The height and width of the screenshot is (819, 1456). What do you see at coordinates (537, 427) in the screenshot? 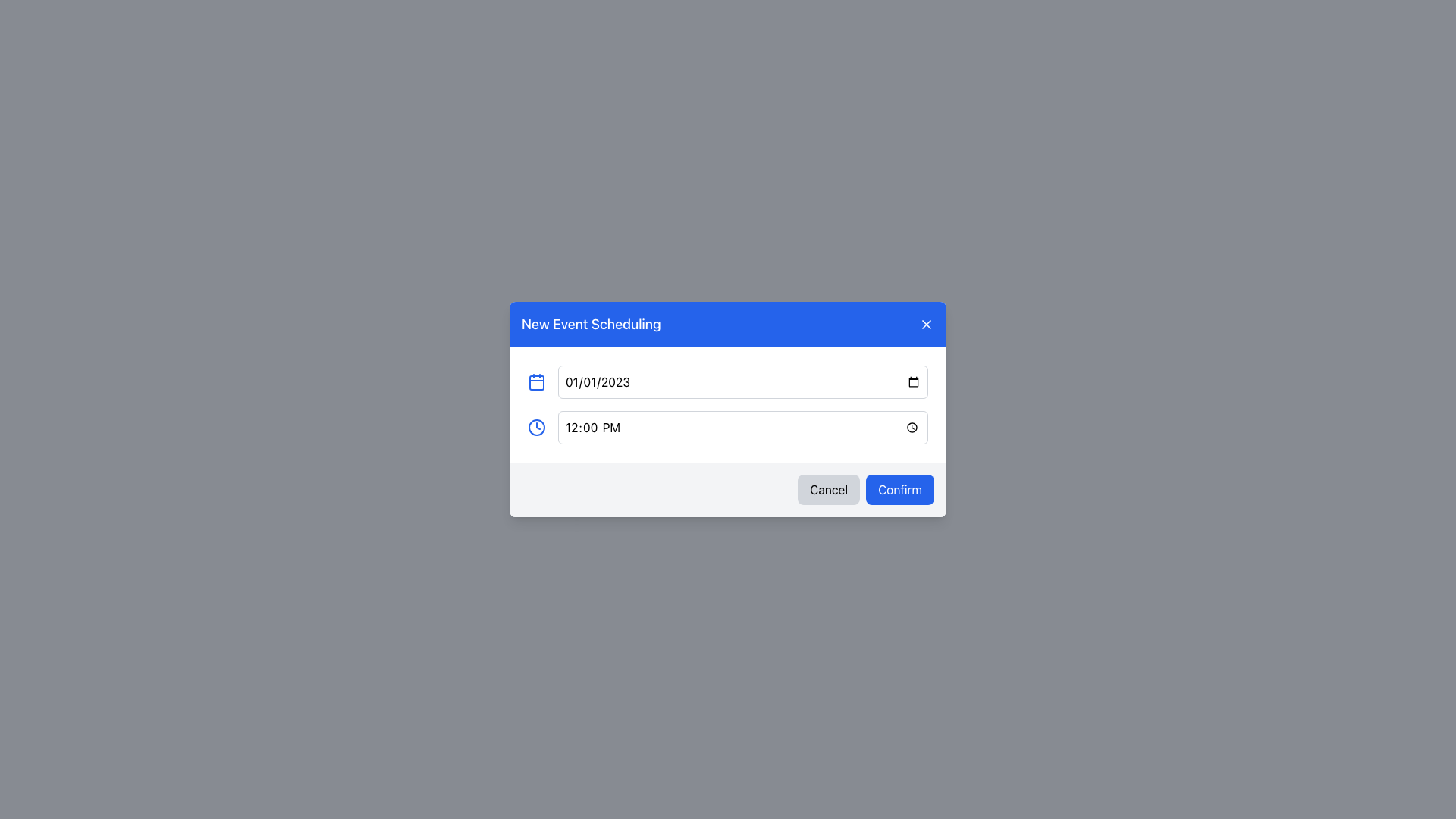
I see `the clock icon, which visually represents the time input field in the 'New Event Scheduling' dialog box, located to the left of the time input field` at bounding box center [537, 427].